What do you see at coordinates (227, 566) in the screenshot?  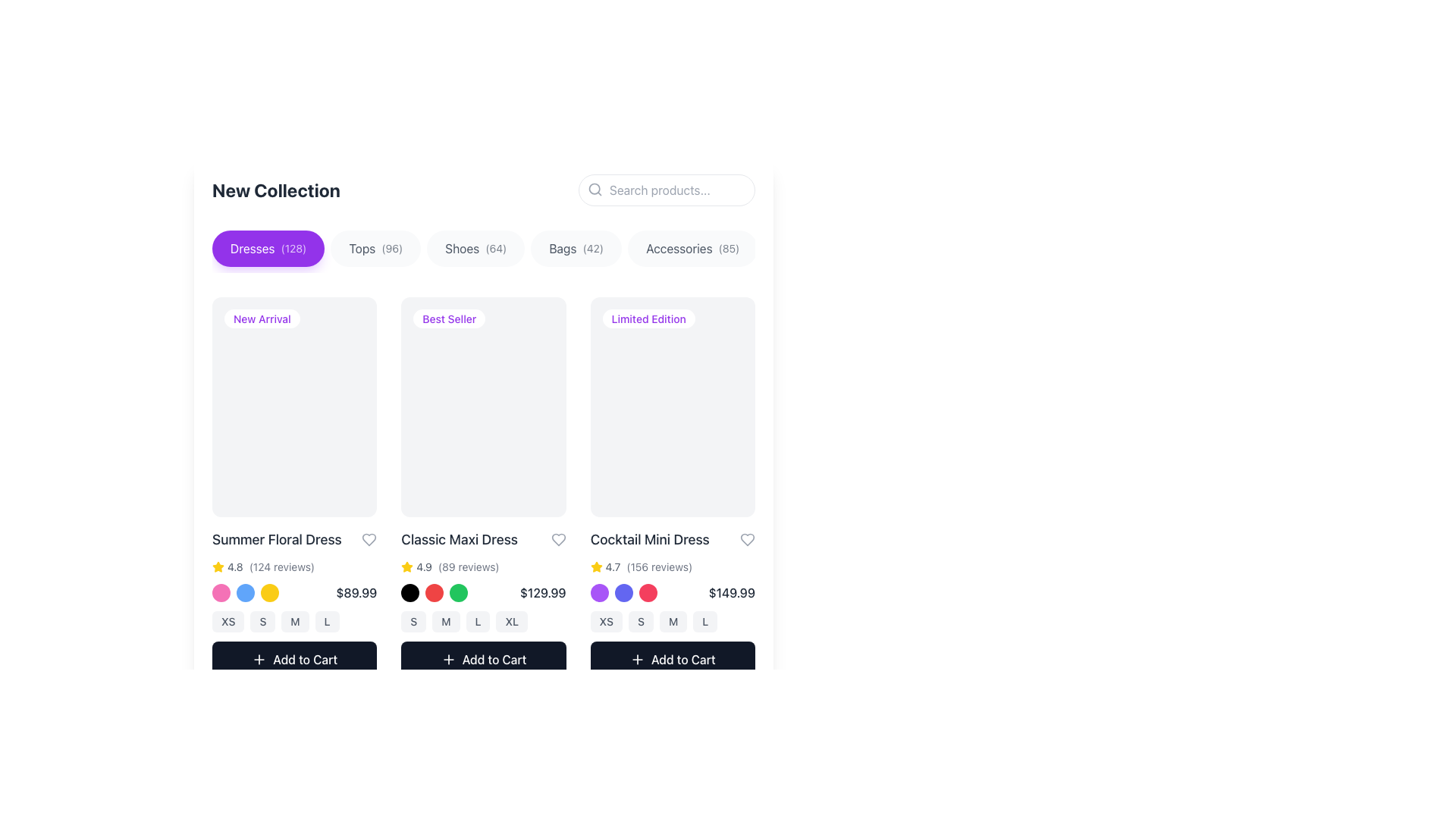 I see `the Rating indicator located at the top-left part of the card for the 'Summer Floral Dress', which represents the average rating of the product` at bounding box center [227, 566].